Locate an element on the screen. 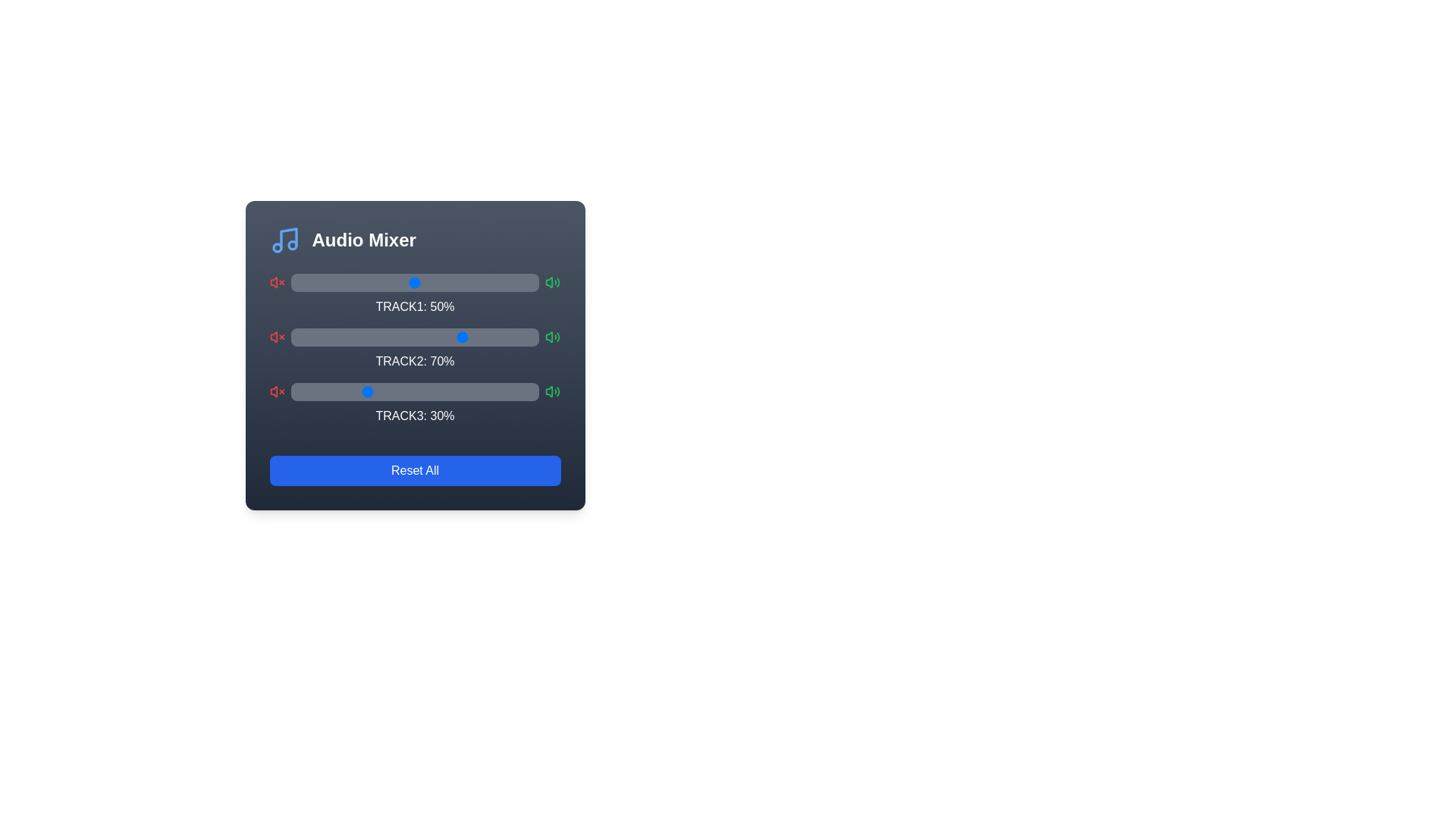 The image size is (1456, 819). the mute icon for Track 1 is located at coordinates (277, 283).